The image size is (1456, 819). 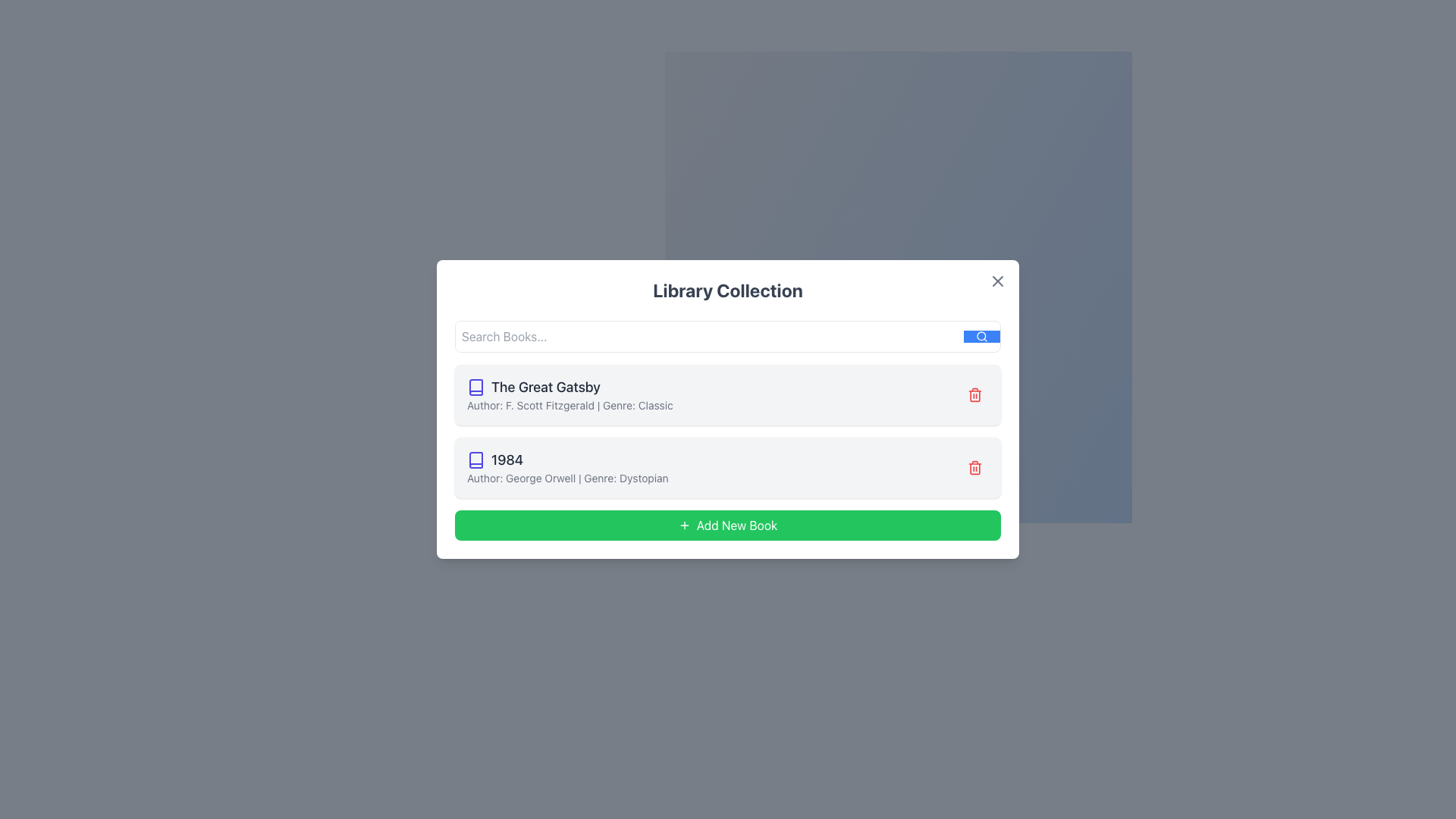 What do you see at coordinates (997, 281) in the screenshot?
I see `the SVG close button icon located at the top-right corner of the dialog box for visual feedback` at bounding box center [997, 281].